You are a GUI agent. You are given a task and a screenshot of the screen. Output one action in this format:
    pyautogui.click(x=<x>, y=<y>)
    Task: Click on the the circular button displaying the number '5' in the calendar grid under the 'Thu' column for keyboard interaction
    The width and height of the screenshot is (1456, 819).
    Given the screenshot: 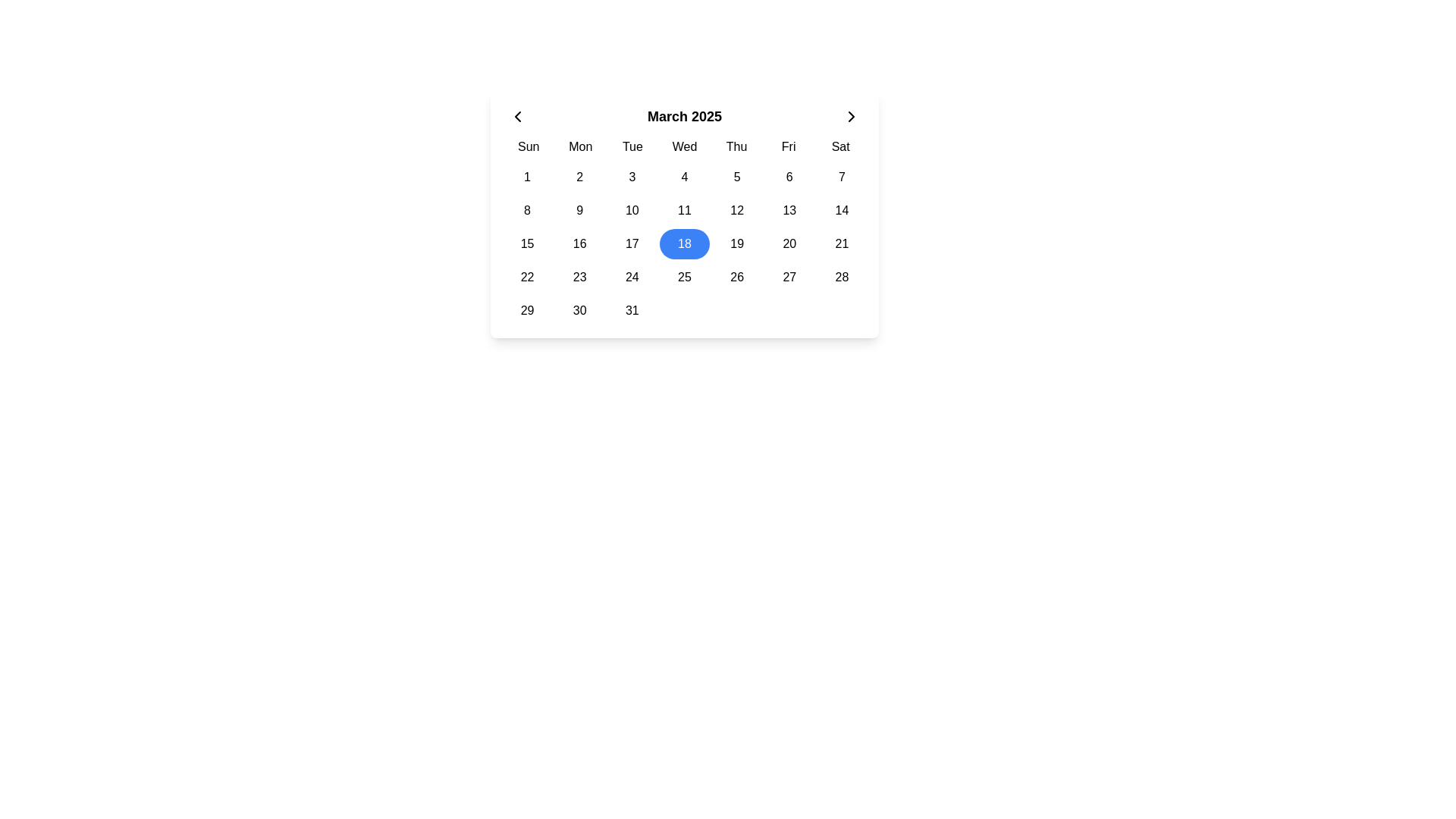 What is the action you would take?
    pyautogui.click(x=737, y=177)
    